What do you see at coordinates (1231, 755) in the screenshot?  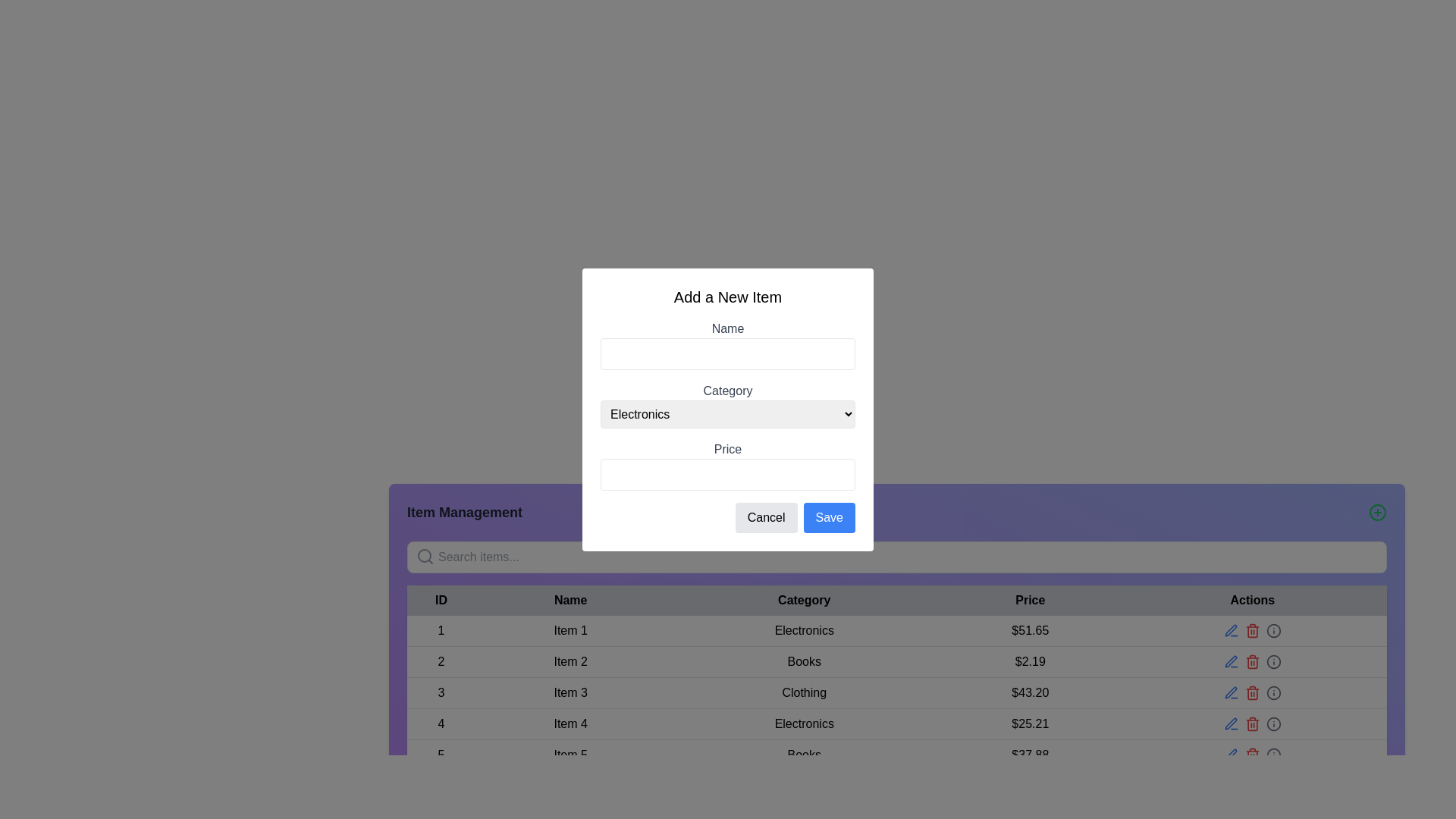 I see `the 'Edit' icon button located in the 'Actions' column of the last row of the table to initiate the edit action` at bounding box center [1231, 755].